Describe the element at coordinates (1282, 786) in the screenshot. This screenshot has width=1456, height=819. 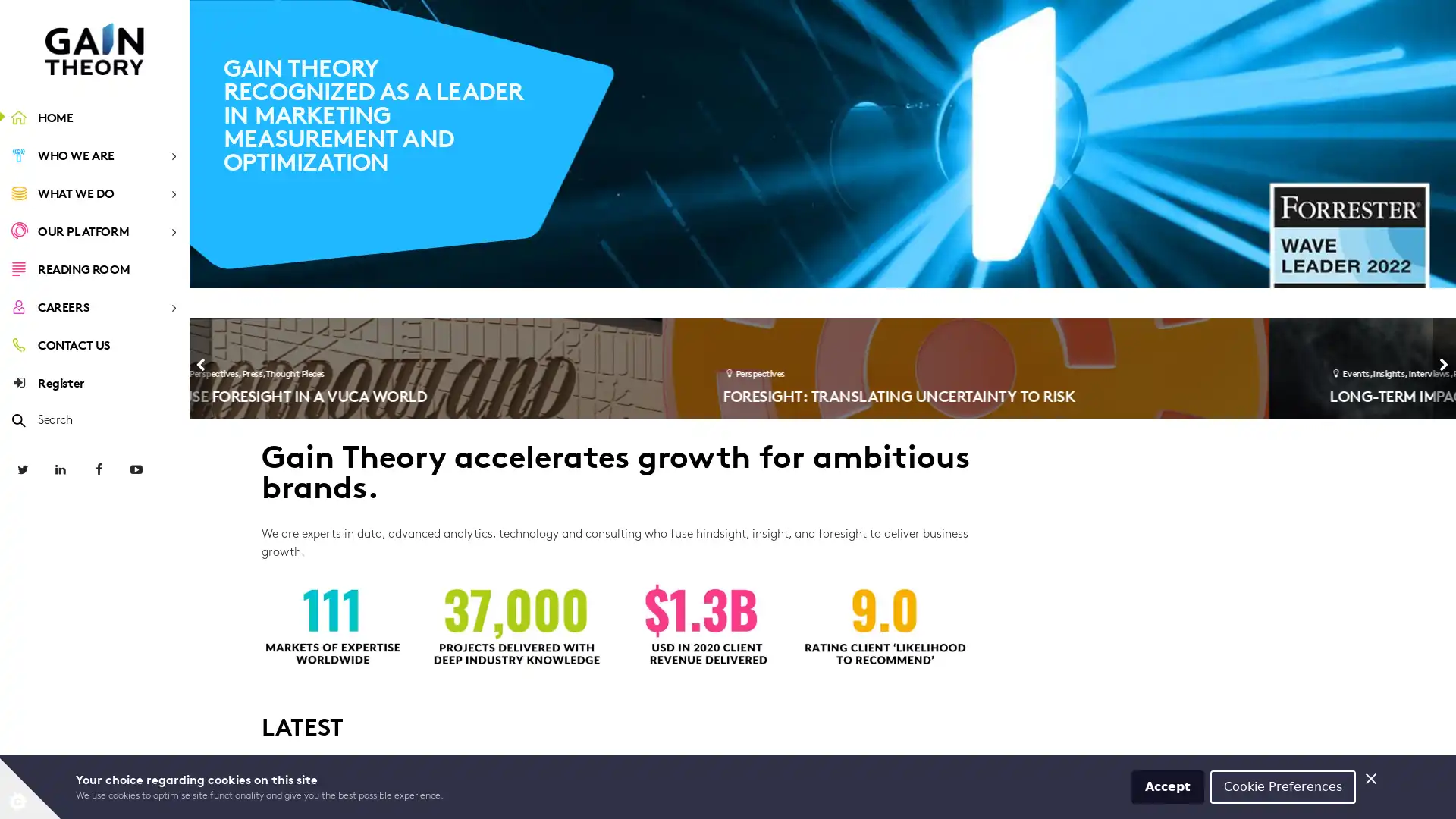
I see `Cookie Preferences` at that location.